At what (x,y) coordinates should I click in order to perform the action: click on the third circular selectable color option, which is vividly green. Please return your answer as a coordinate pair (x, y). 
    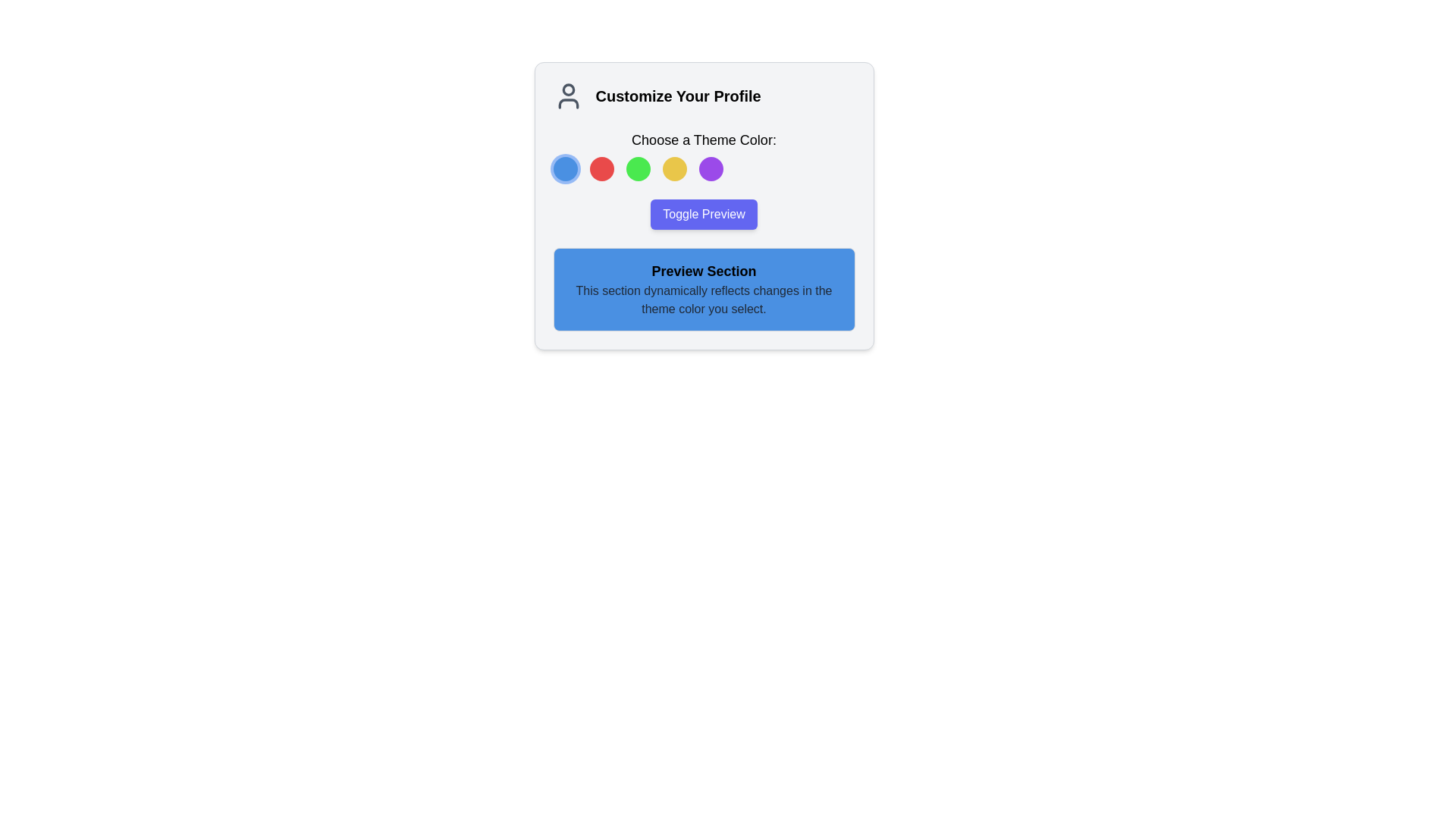
    Looking at the image, I should click on (638, 169).